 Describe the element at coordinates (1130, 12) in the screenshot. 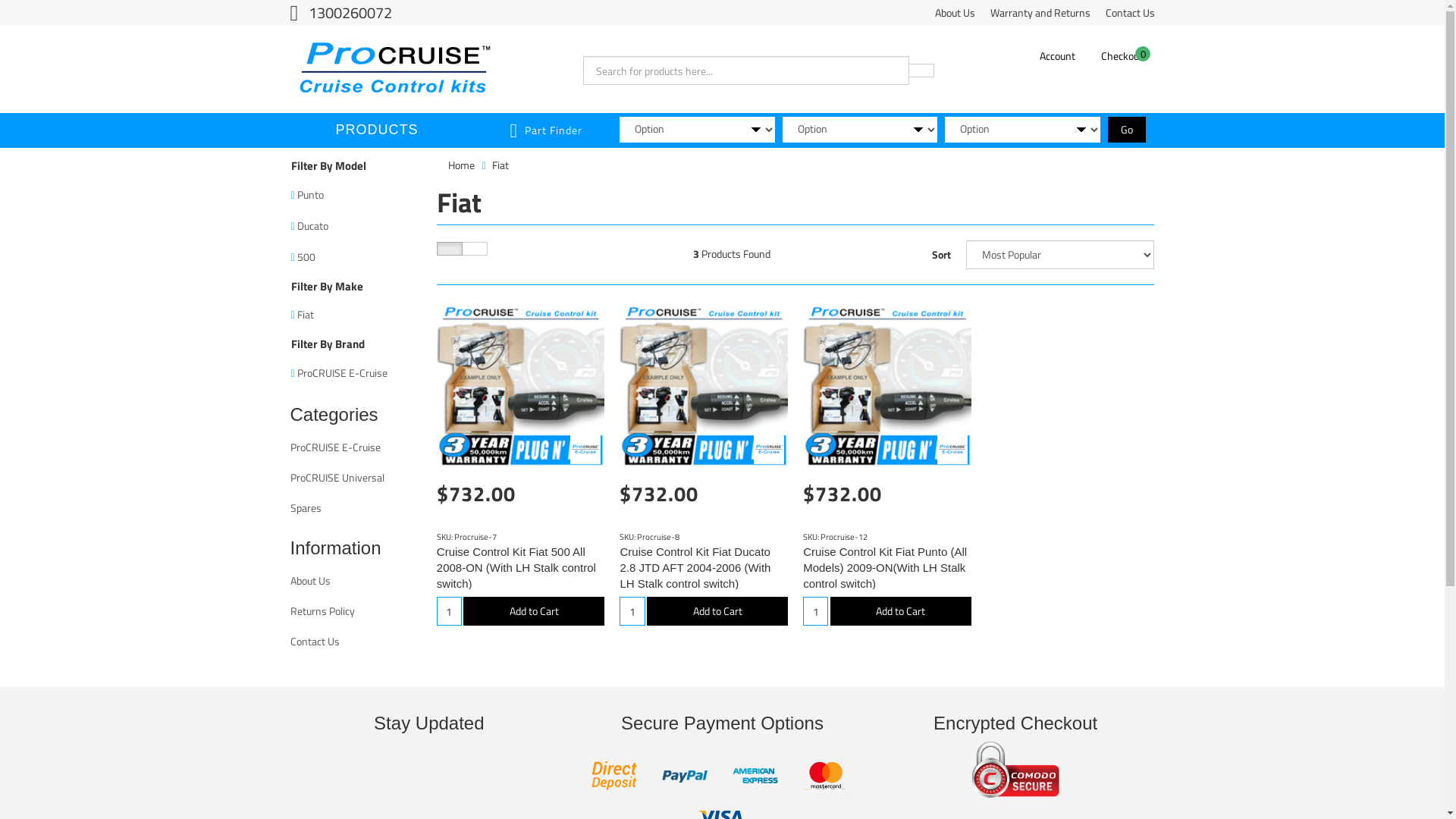

I see `'Contact Us'` at that location.